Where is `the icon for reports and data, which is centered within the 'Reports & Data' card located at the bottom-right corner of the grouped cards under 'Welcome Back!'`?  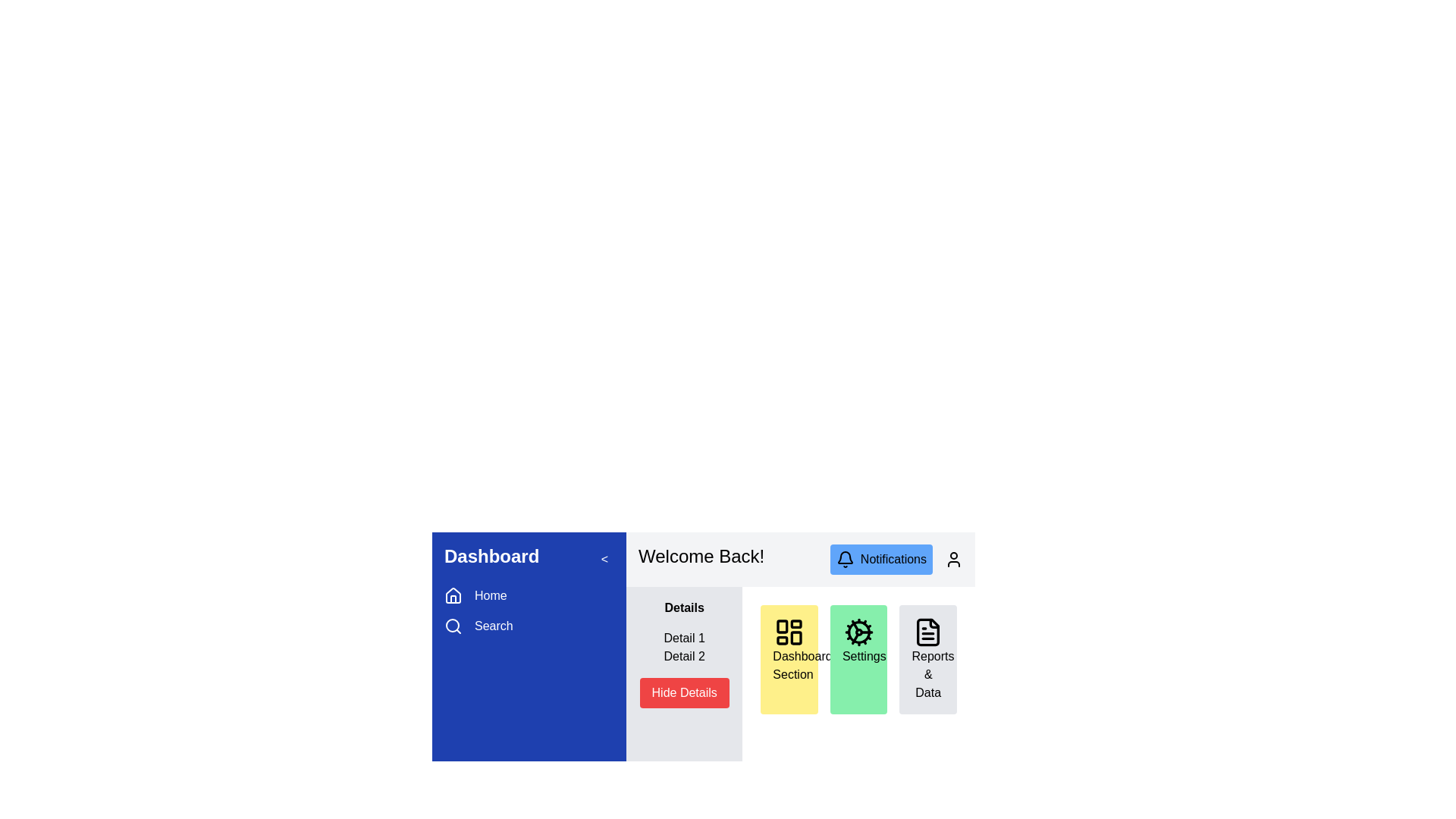 the icon for reports and data, which is centered within the 'Reports & Data' card located at the bottom-right corner of the grouped cards under 'Welcome Back!' is located at coordinates (927, 632).